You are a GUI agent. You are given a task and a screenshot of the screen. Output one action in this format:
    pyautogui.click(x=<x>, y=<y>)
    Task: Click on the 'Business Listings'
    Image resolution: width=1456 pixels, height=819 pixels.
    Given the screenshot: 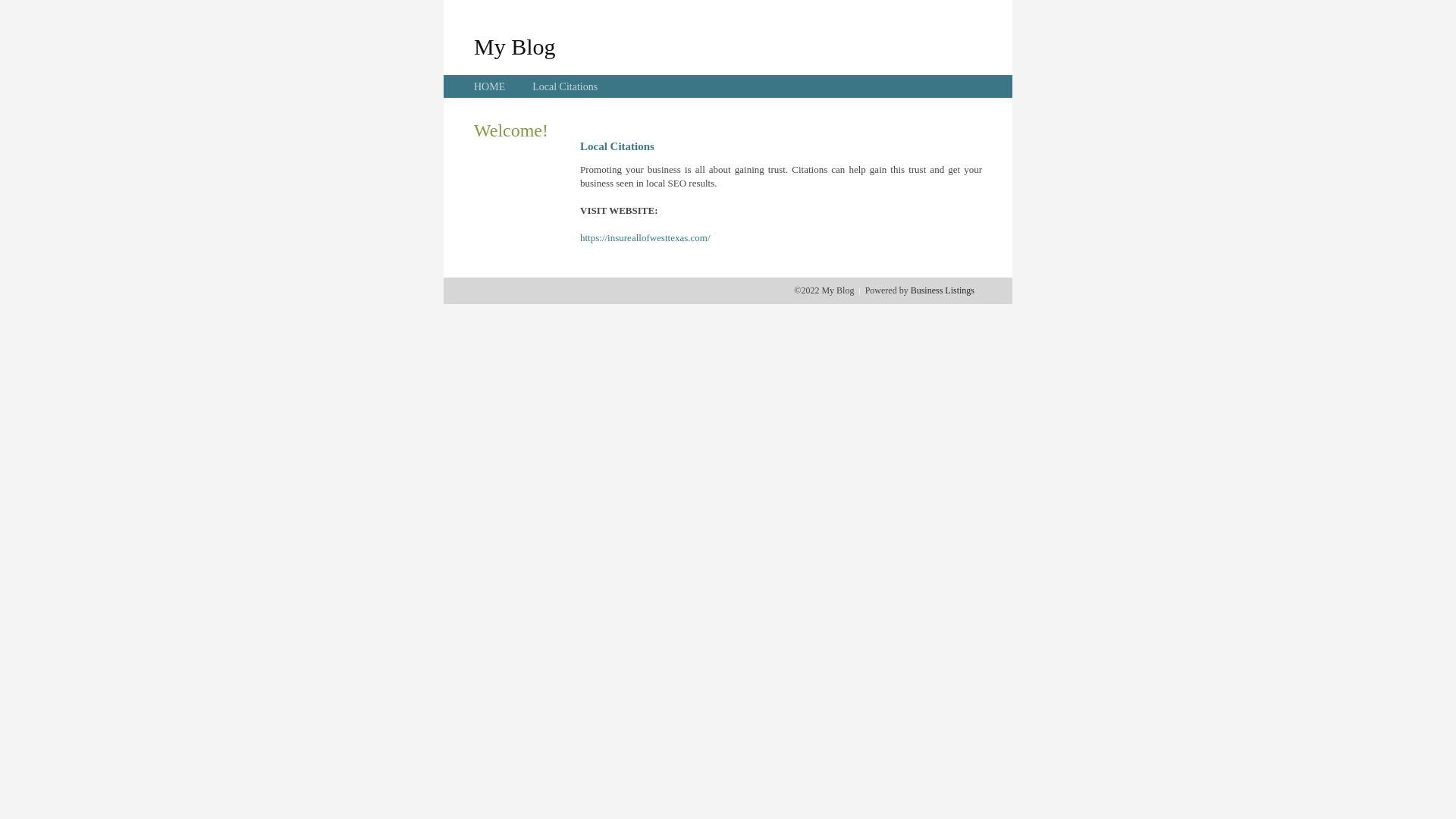 What is the action you would take?
    pyautogui.click(x=942, y=290)
    